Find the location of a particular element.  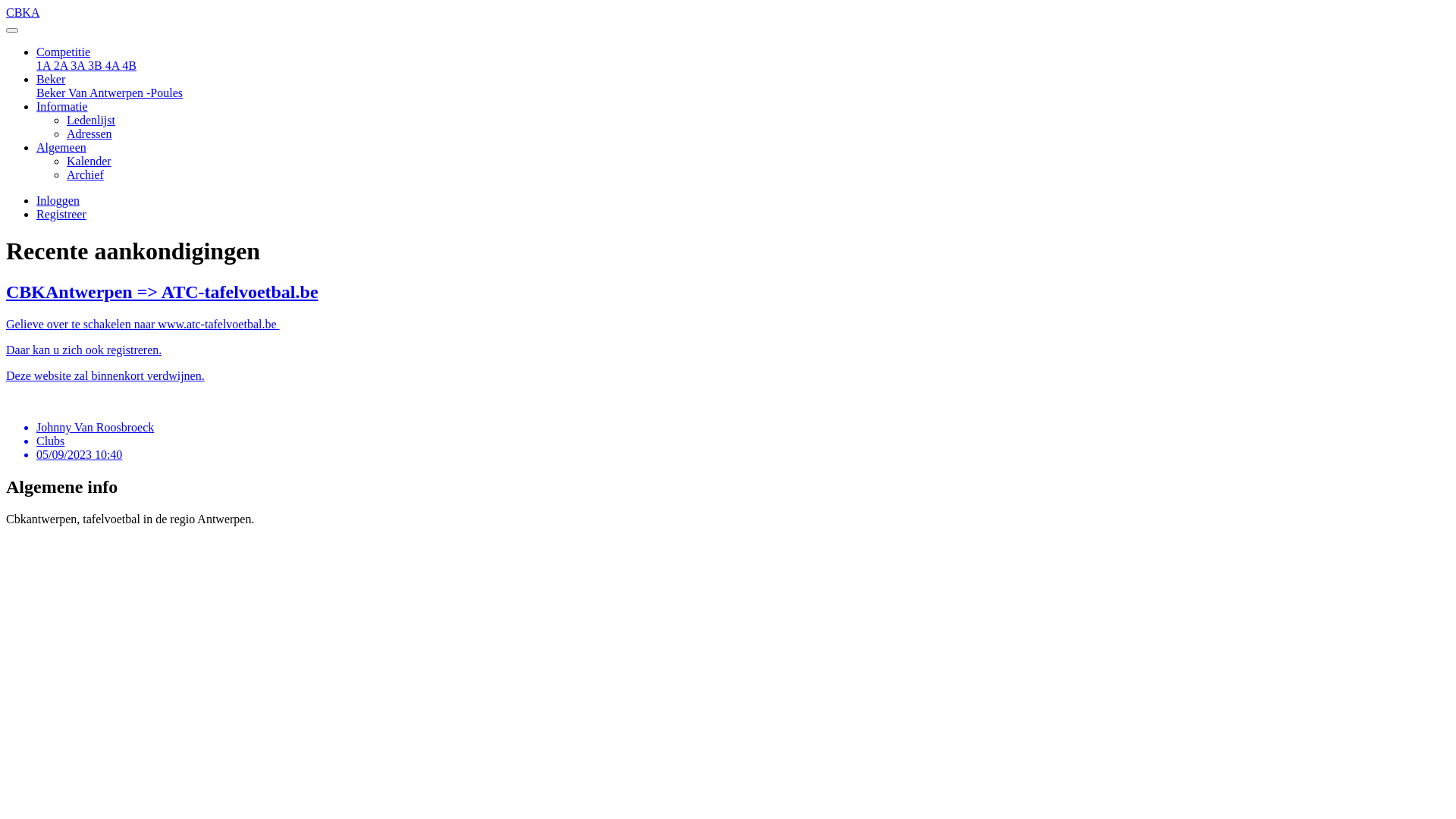

'Archief' is located at coordinates (65, 174).